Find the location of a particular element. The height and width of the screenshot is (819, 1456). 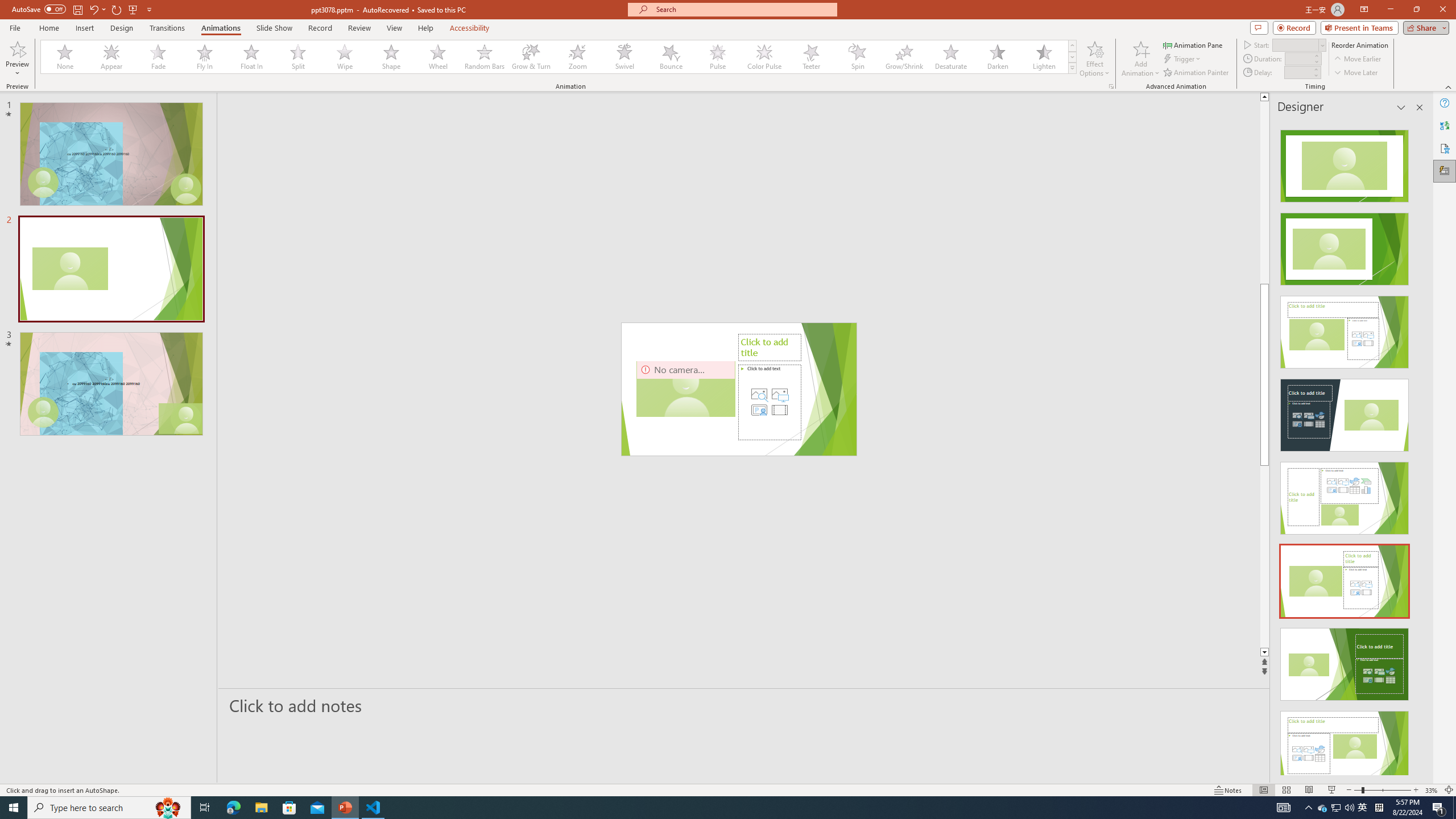

'File Tab' is located at coordinates (14, 27).